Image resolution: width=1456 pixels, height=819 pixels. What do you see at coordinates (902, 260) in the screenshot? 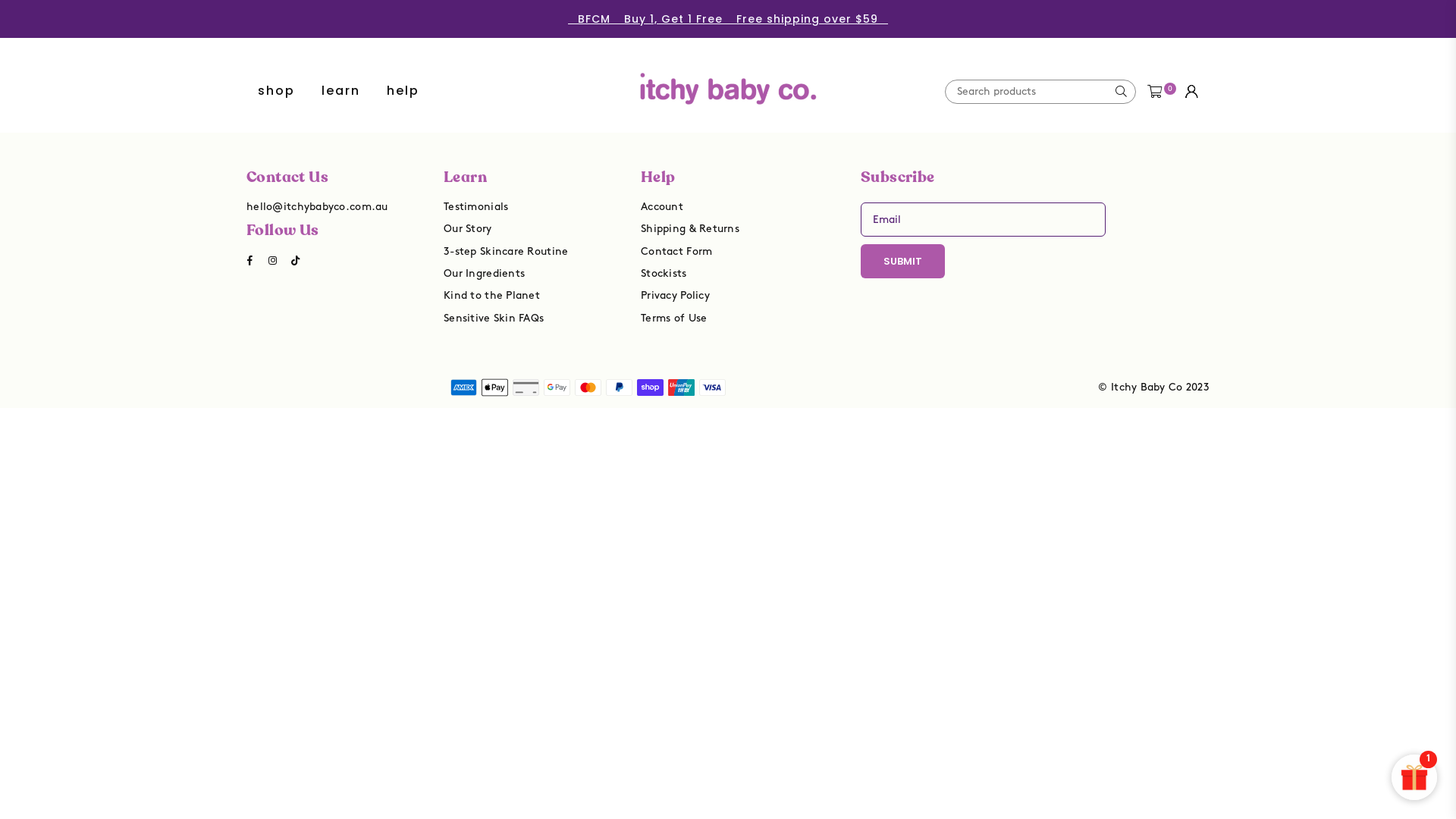
I see `'SUBMIT'` at bounding box center [902, 260].